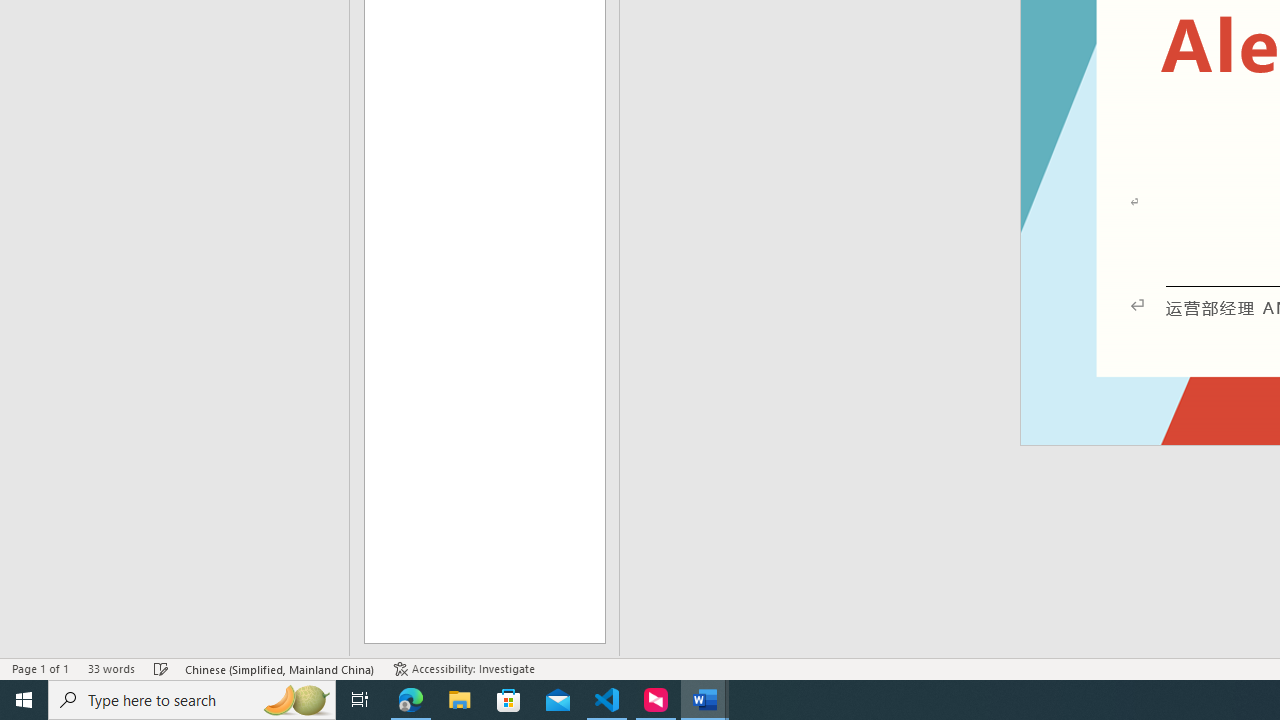 This screenshot has height=720, width=1280. I want to click on 'Page Number Page 1 of 1', so click(40, 669).